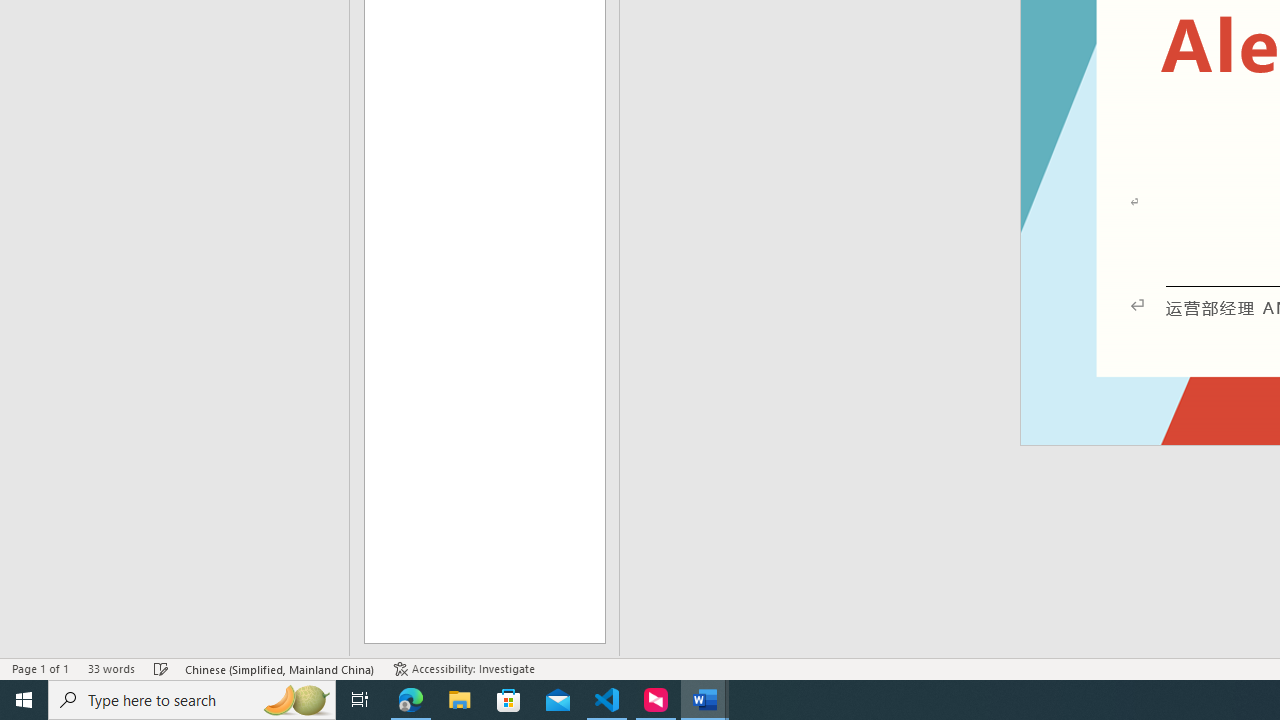 This screenshot has height=720, width=1280. I want to click on 'Page Number Page 1 of 1', so click(40, 669).